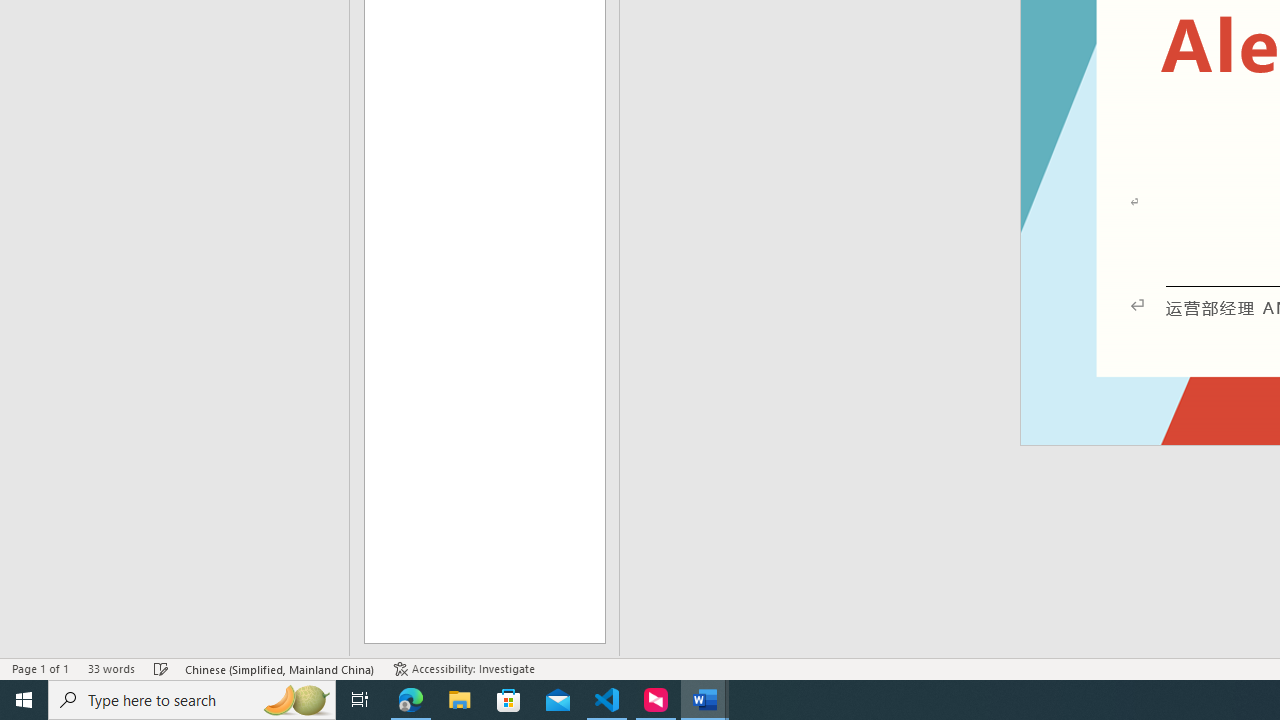 This screenshot has height=720, width=1280. I want to click on 'Page Number Page 1 of 1', so click(40, 669).